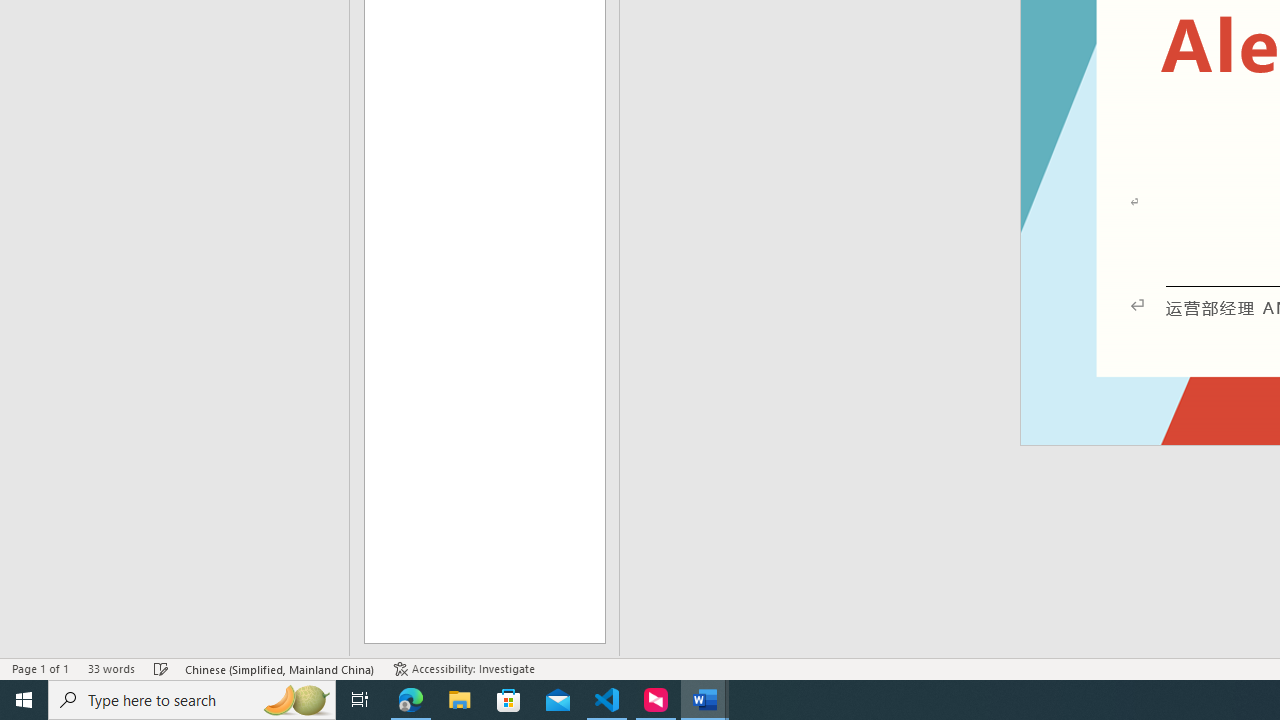 This screenshot has height=720, width=1280. I want to click on 'Page Number Page 1 of 1', so click(40, 669).